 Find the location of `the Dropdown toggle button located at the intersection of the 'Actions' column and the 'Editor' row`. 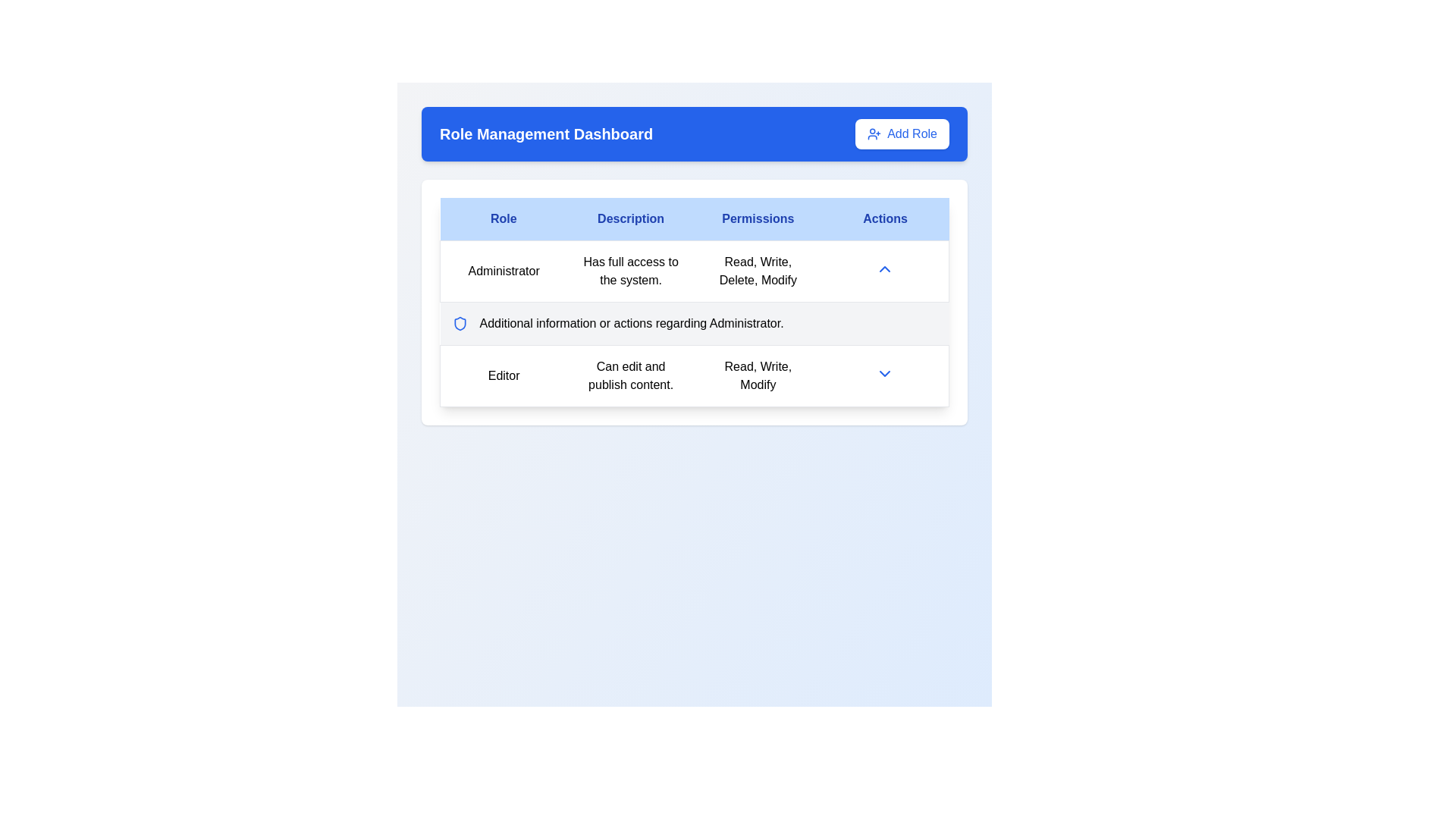

the Dropdown toggle button located at the intersection of the 'Actions' column and the 'Editor' row is located at coordinates (885, 375).